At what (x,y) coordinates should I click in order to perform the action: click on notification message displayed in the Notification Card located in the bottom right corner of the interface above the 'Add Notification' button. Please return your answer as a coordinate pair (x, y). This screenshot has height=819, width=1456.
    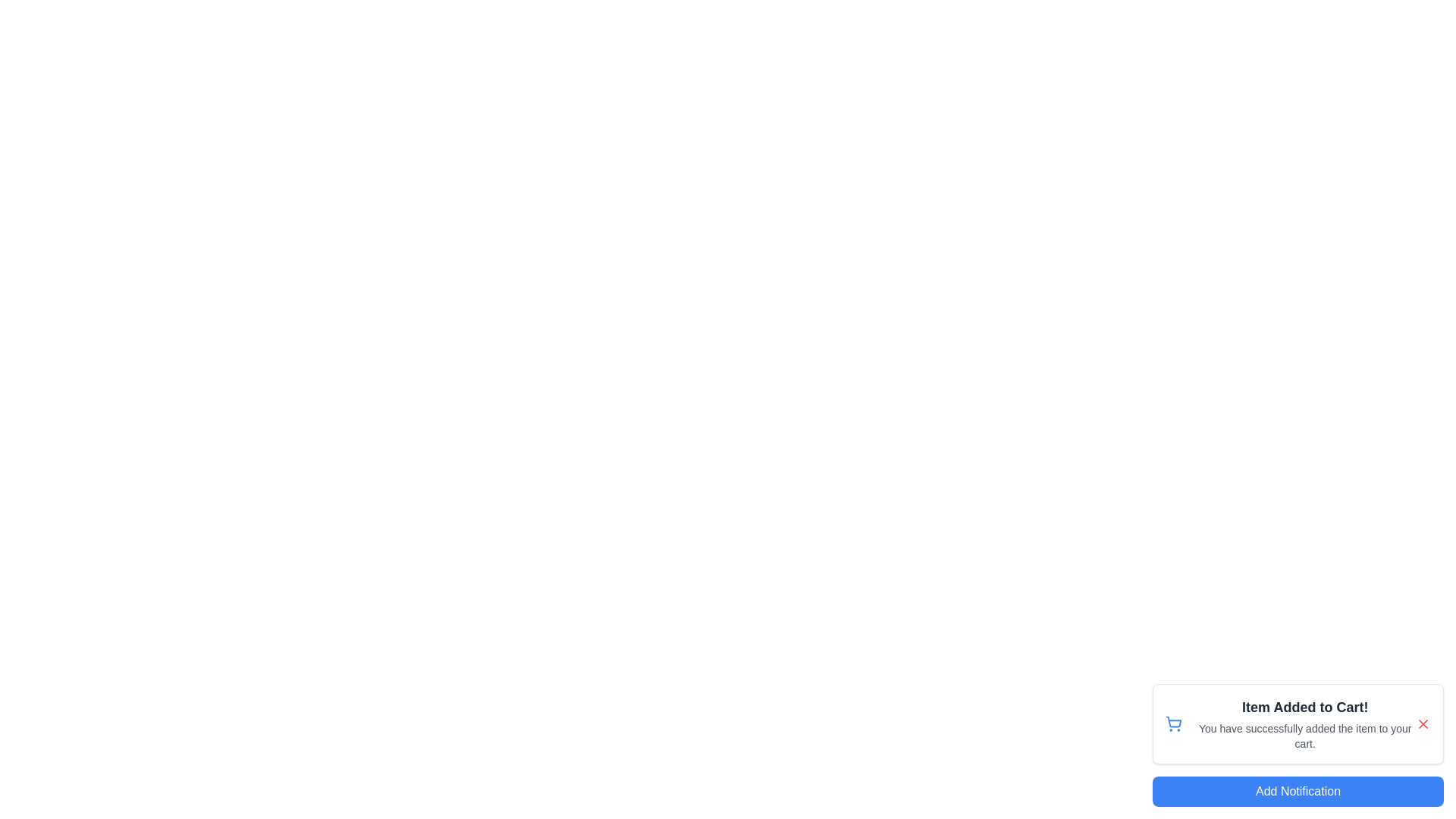
    Looking at the image, I should click on (1298, 745).